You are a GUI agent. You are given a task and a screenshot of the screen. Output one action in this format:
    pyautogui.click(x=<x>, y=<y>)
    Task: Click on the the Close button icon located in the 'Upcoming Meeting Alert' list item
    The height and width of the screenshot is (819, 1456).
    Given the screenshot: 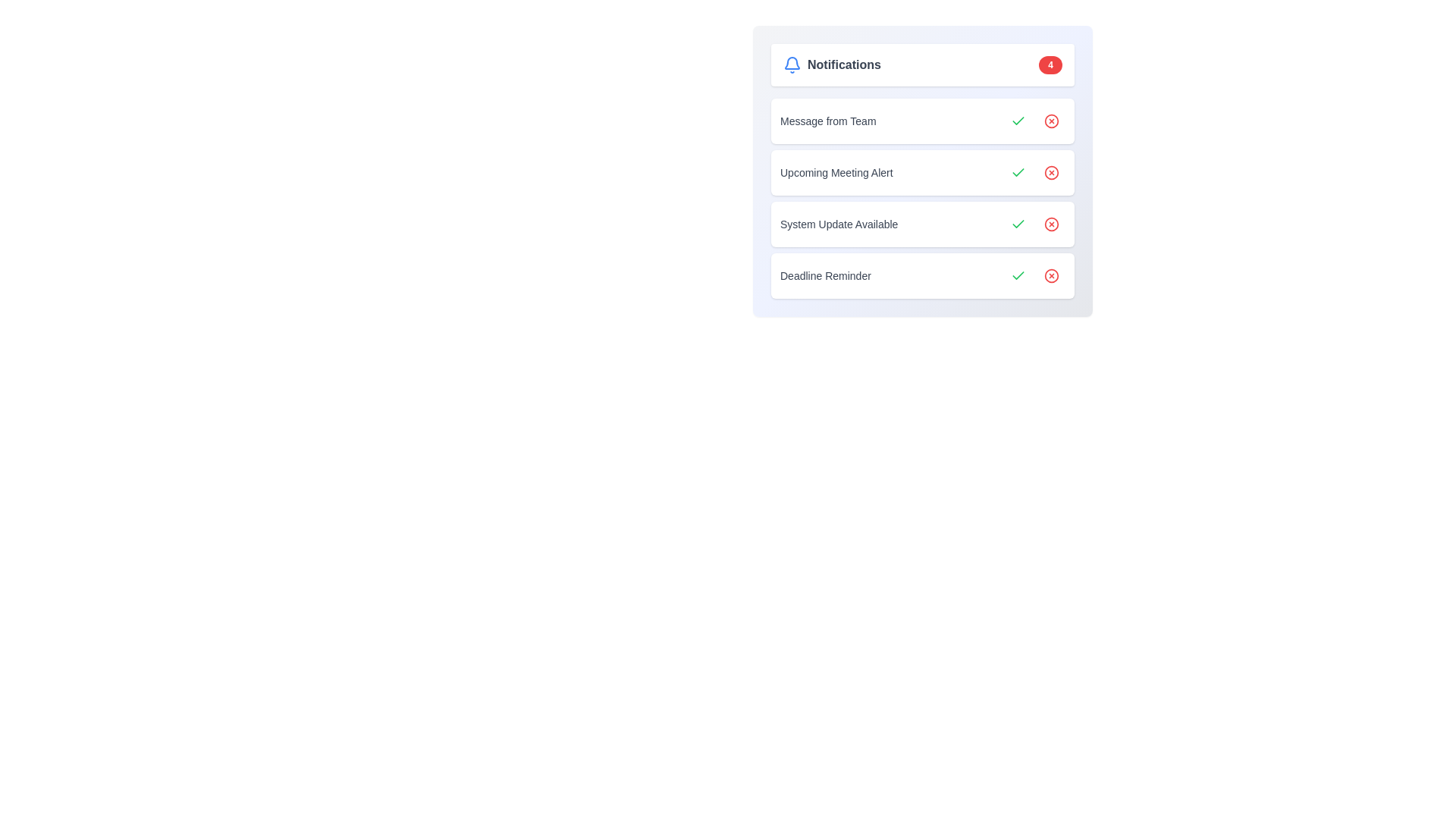 What is the action you would take?
    pyautogui.click(x=1051, y=171)
    